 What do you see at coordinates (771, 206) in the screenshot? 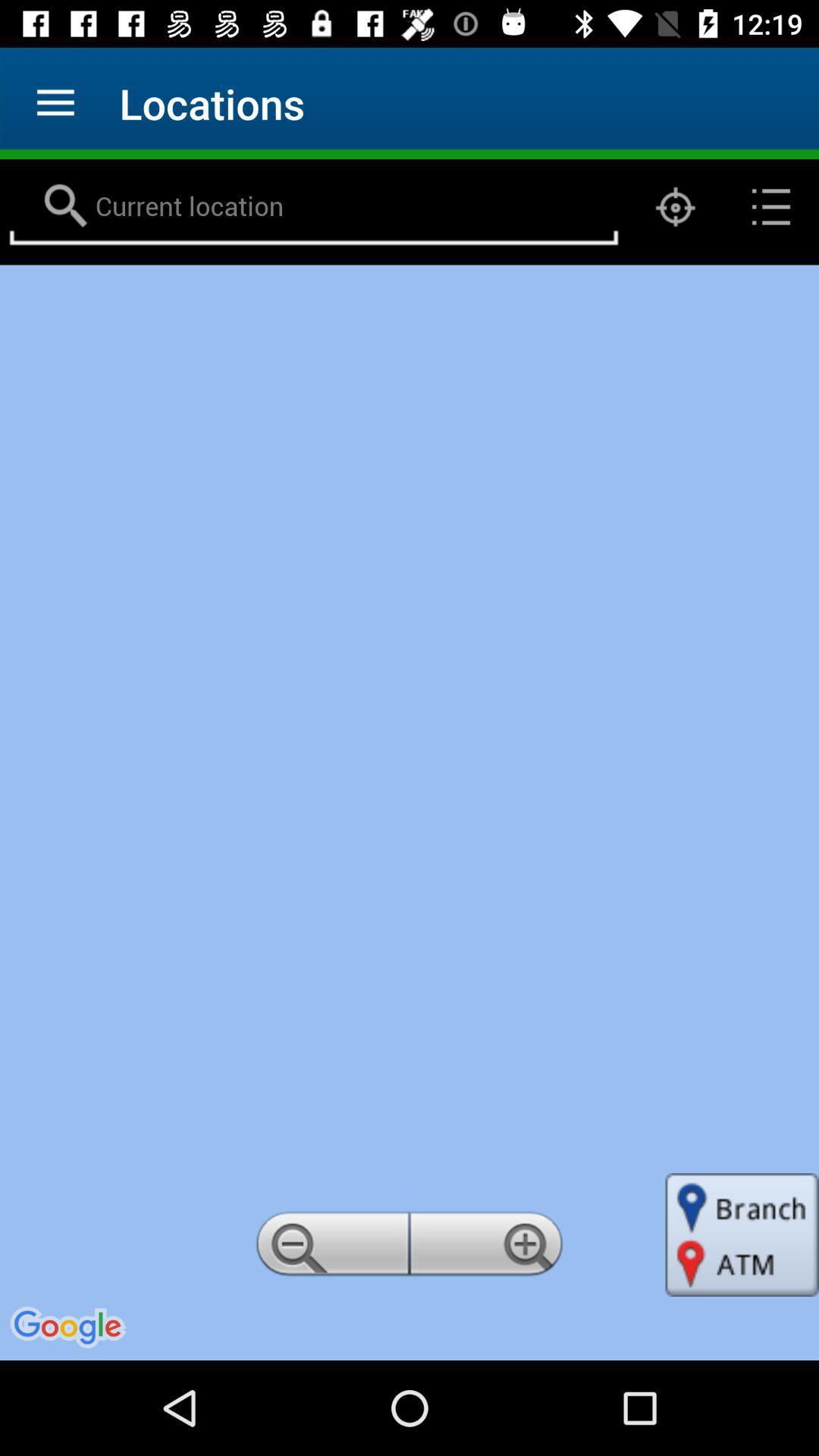
I see `the list icon` at bounding box center [771, 206].